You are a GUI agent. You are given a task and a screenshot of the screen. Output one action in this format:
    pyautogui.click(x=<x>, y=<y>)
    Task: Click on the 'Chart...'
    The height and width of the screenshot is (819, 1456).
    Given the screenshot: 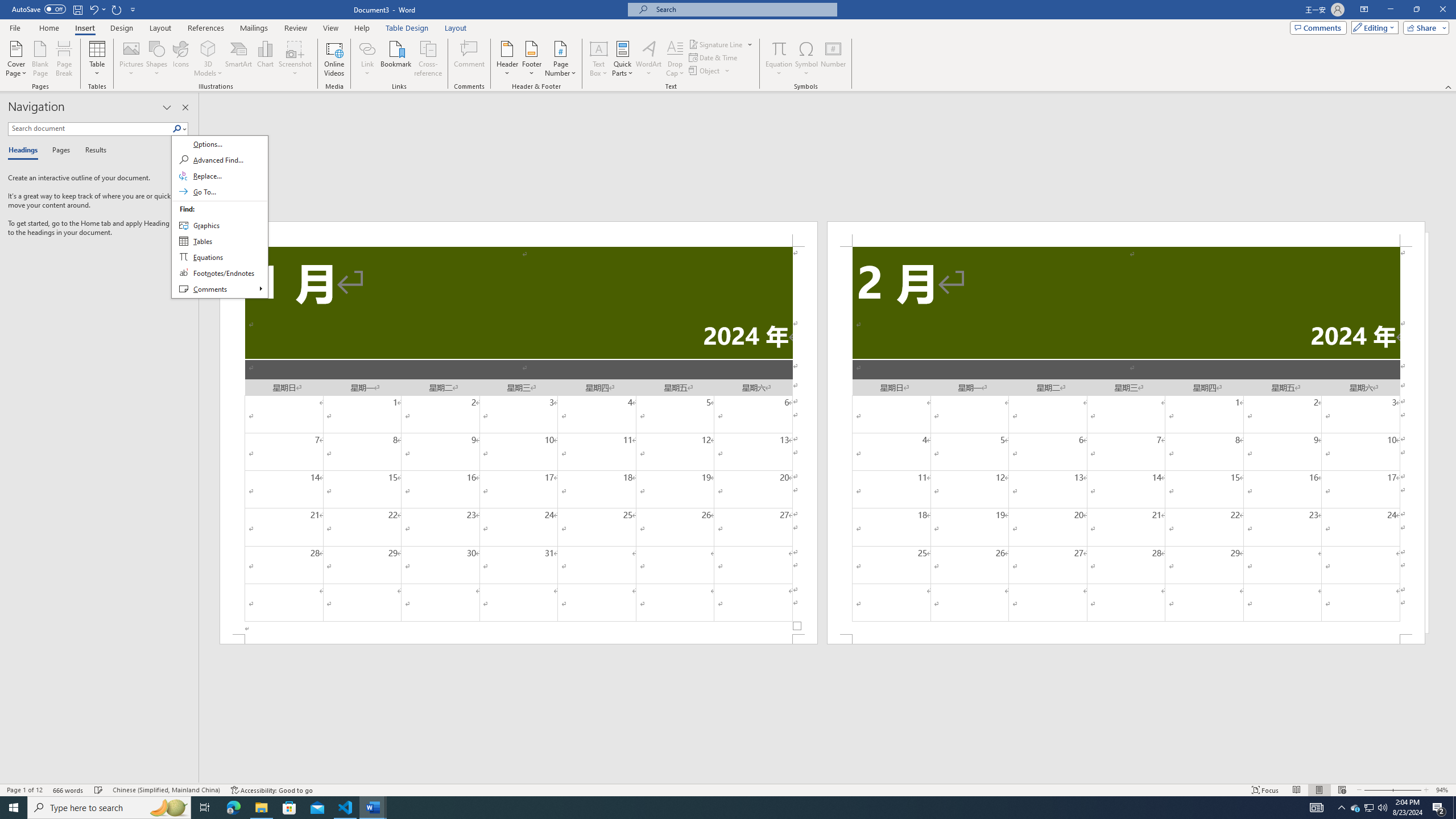 What is the action you would take?
    pyautogui.click(x=265, y=59)
    